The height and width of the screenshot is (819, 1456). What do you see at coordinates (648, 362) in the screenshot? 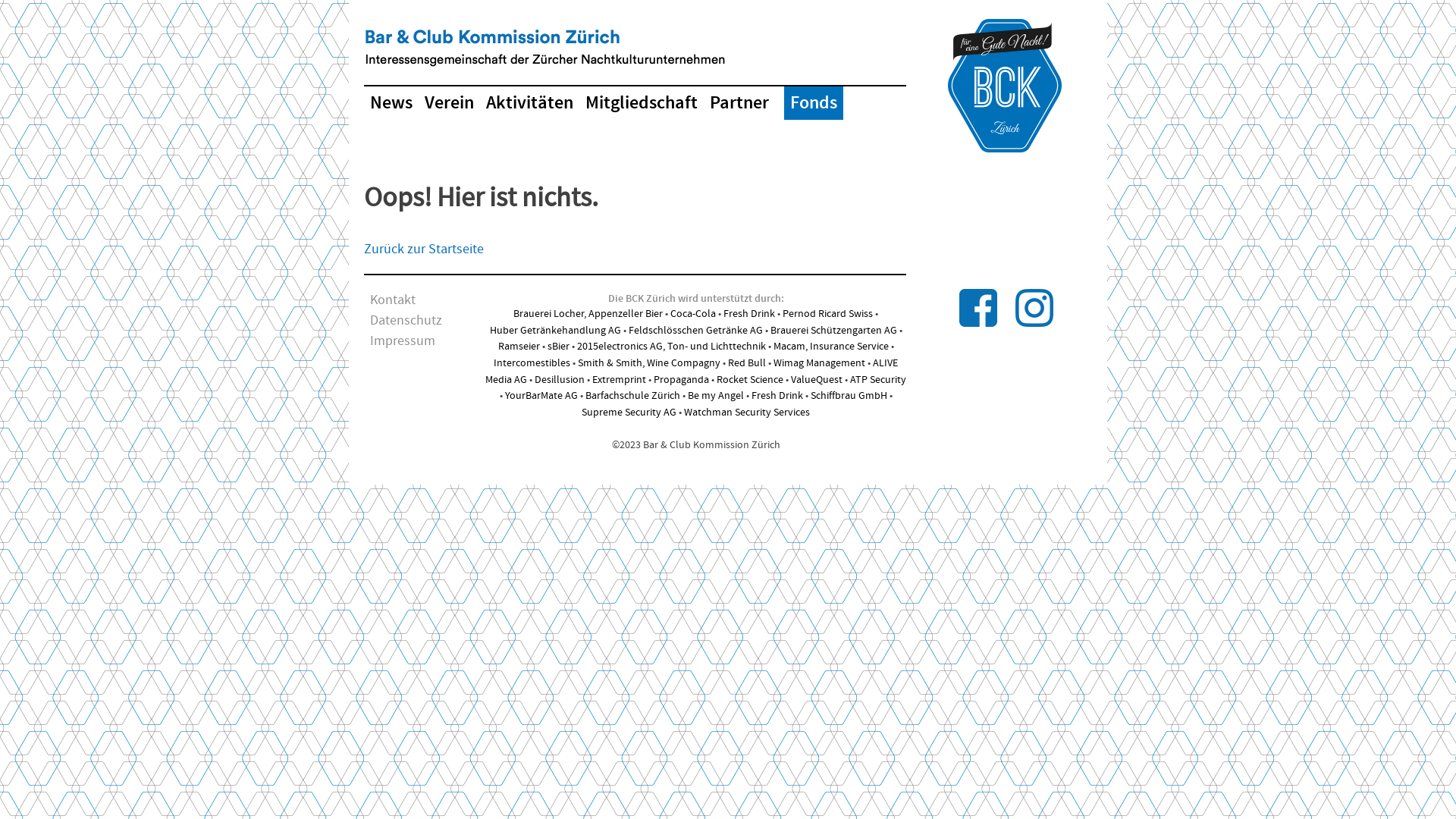
I see `'Smith & Smith, Wine Compagny'` at bounding box center [648, 362].